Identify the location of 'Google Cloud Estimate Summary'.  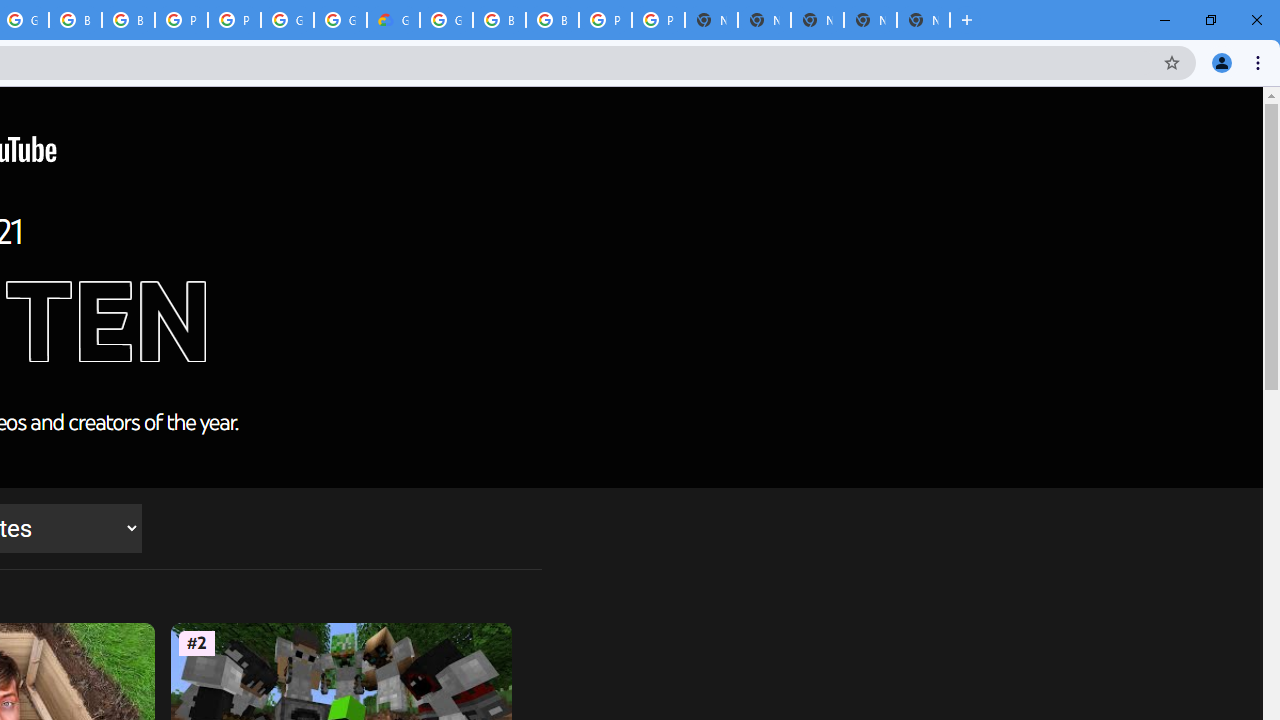
(393, 20).